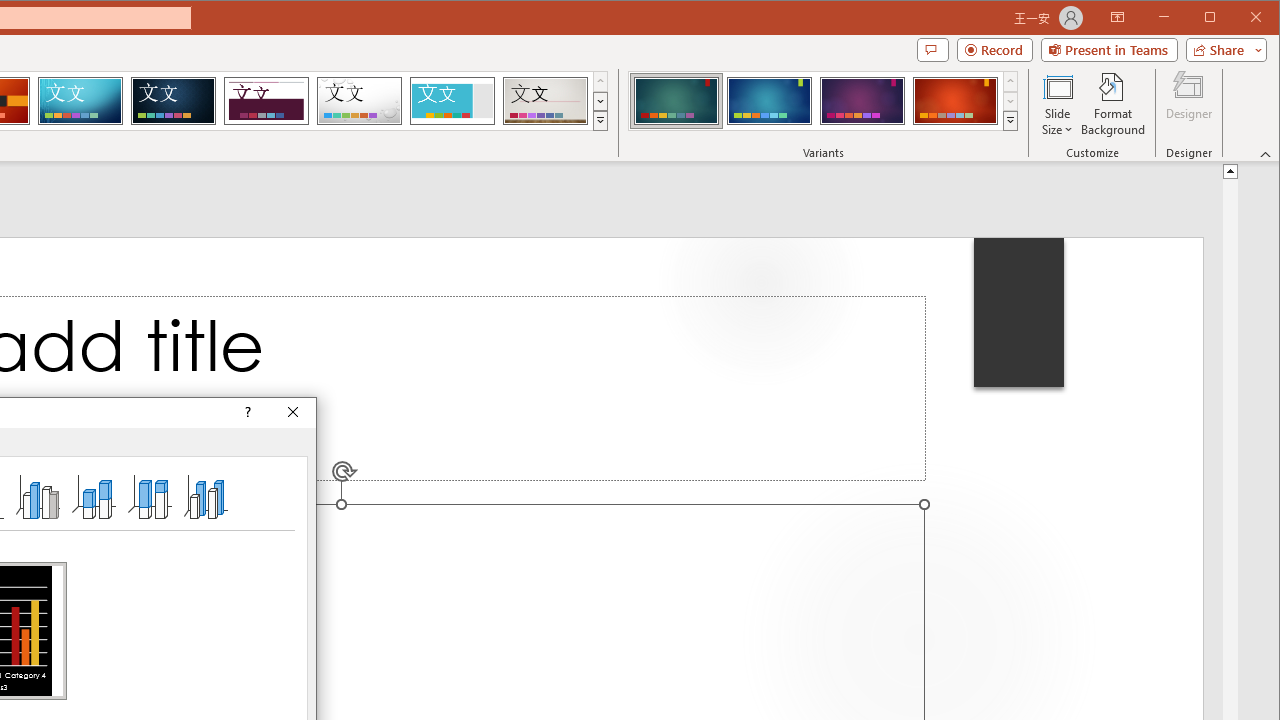 The height and width of the screenshot is (720, 1280). Describe the element at coordinates (1112, 104) in the screenshot. I see `'Format Background'` at that location.